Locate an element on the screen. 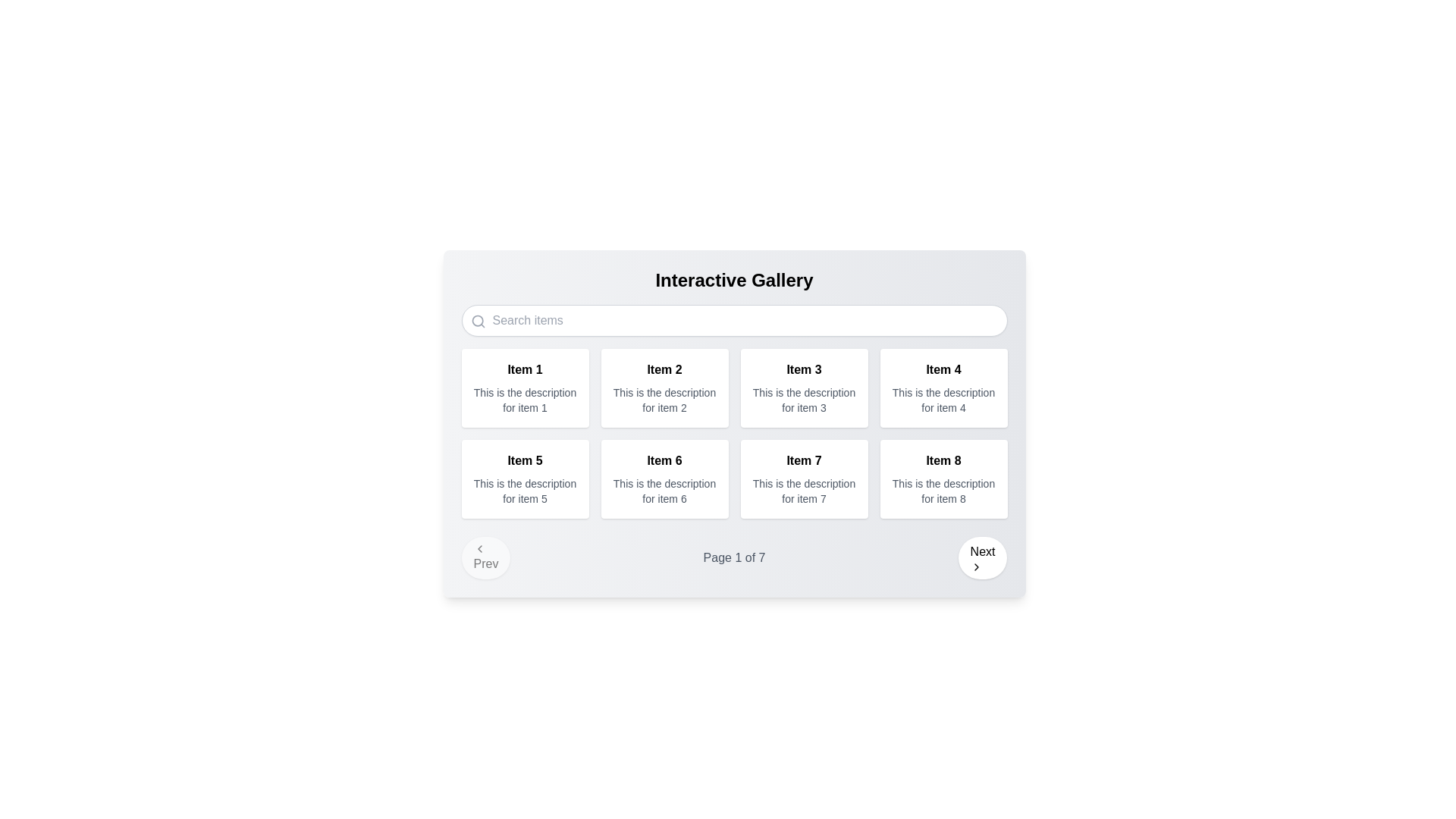 This screenshot has width=1456, height=819. the bold-styled title text located in the third card of the first row within a grid of eight cards is located at coordinates (803, 460).